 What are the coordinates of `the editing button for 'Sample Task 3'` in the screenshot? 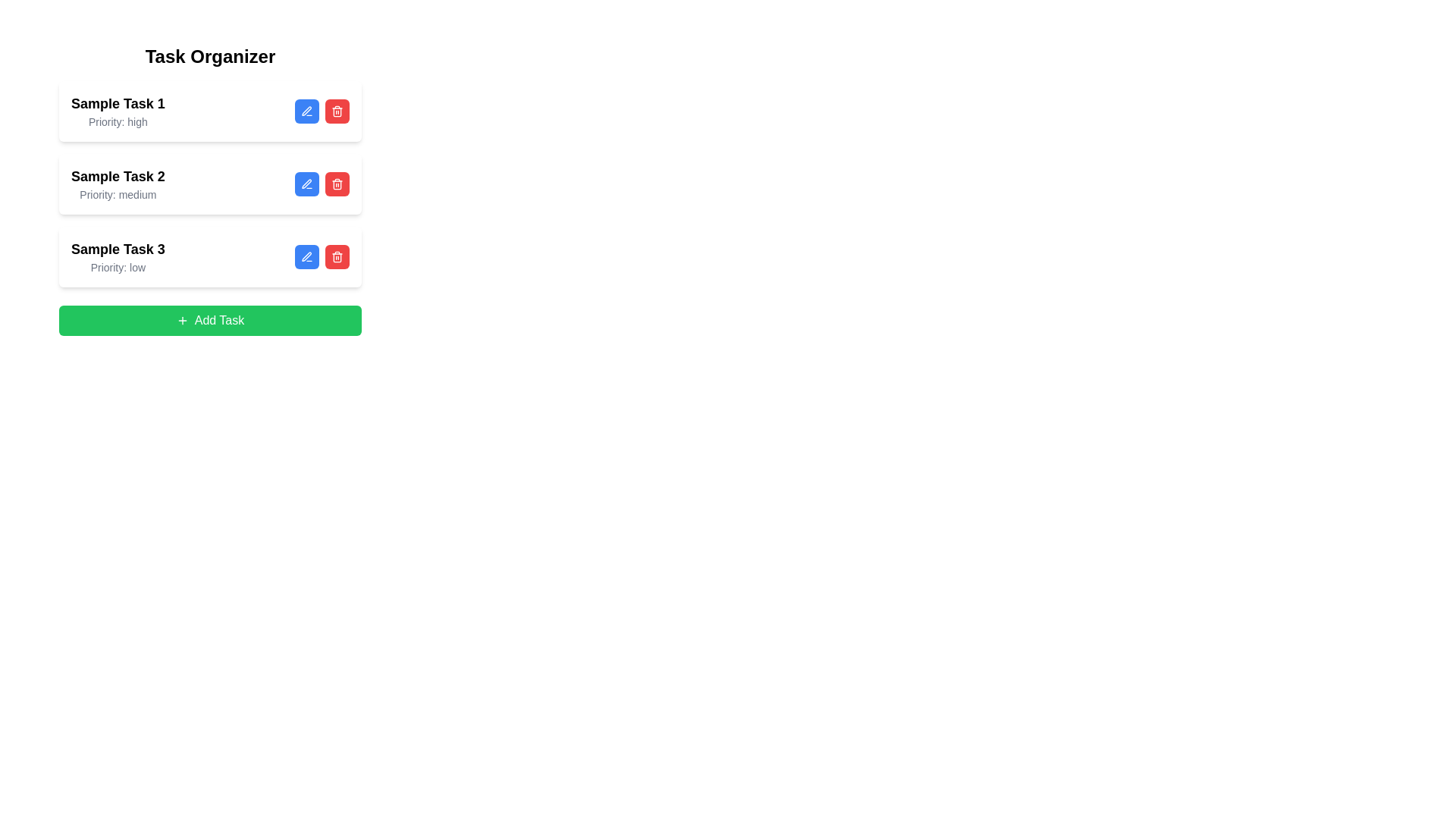 It's located at (306, 256).